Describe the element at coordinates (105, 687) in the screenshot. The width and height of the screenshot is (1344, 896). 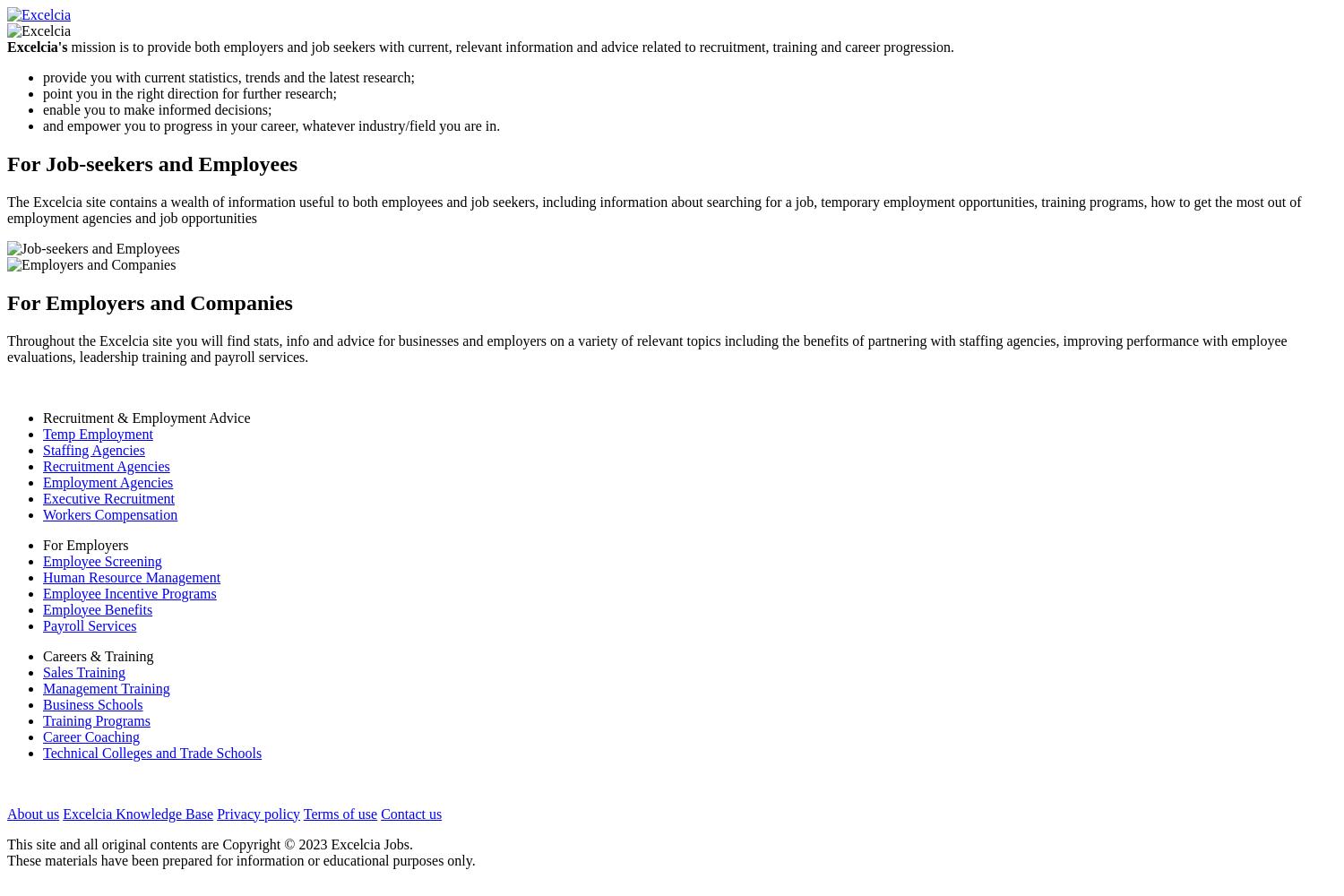
I see `'Management Training'` at that location.